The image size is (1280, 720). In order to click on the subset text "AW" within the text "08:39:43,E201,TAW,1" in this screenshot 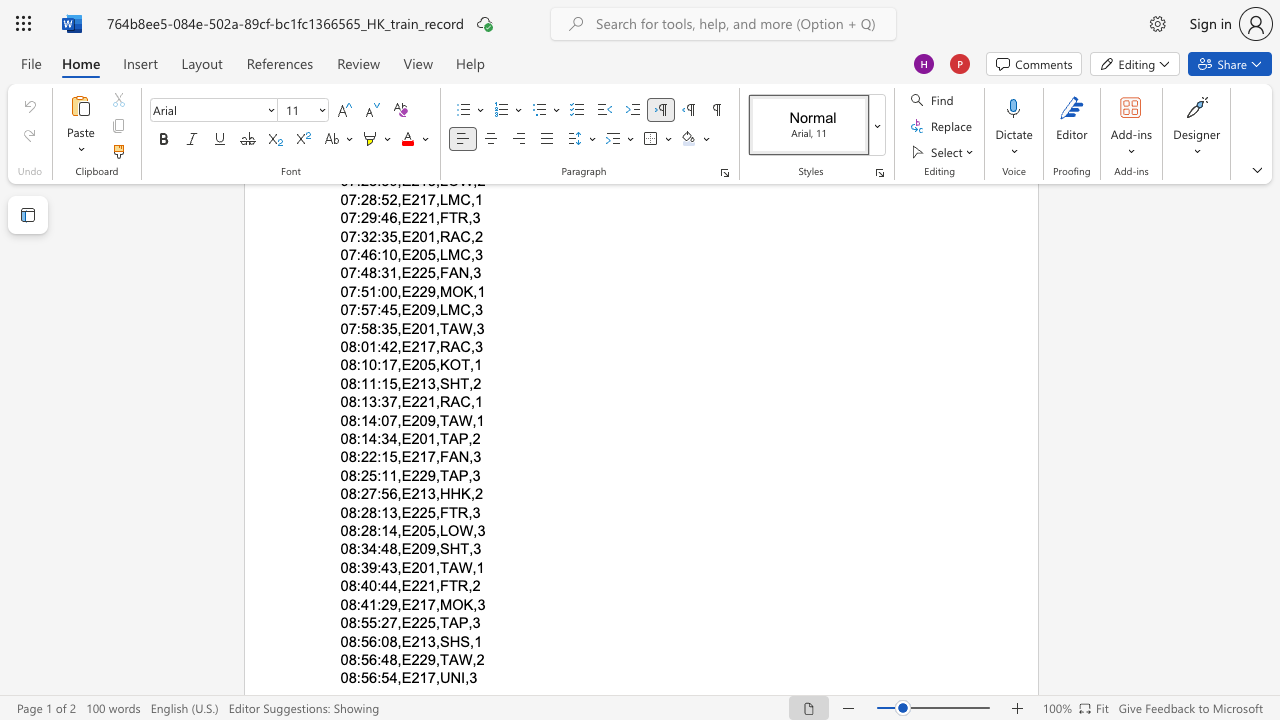, I will do `click(447, 567)`.